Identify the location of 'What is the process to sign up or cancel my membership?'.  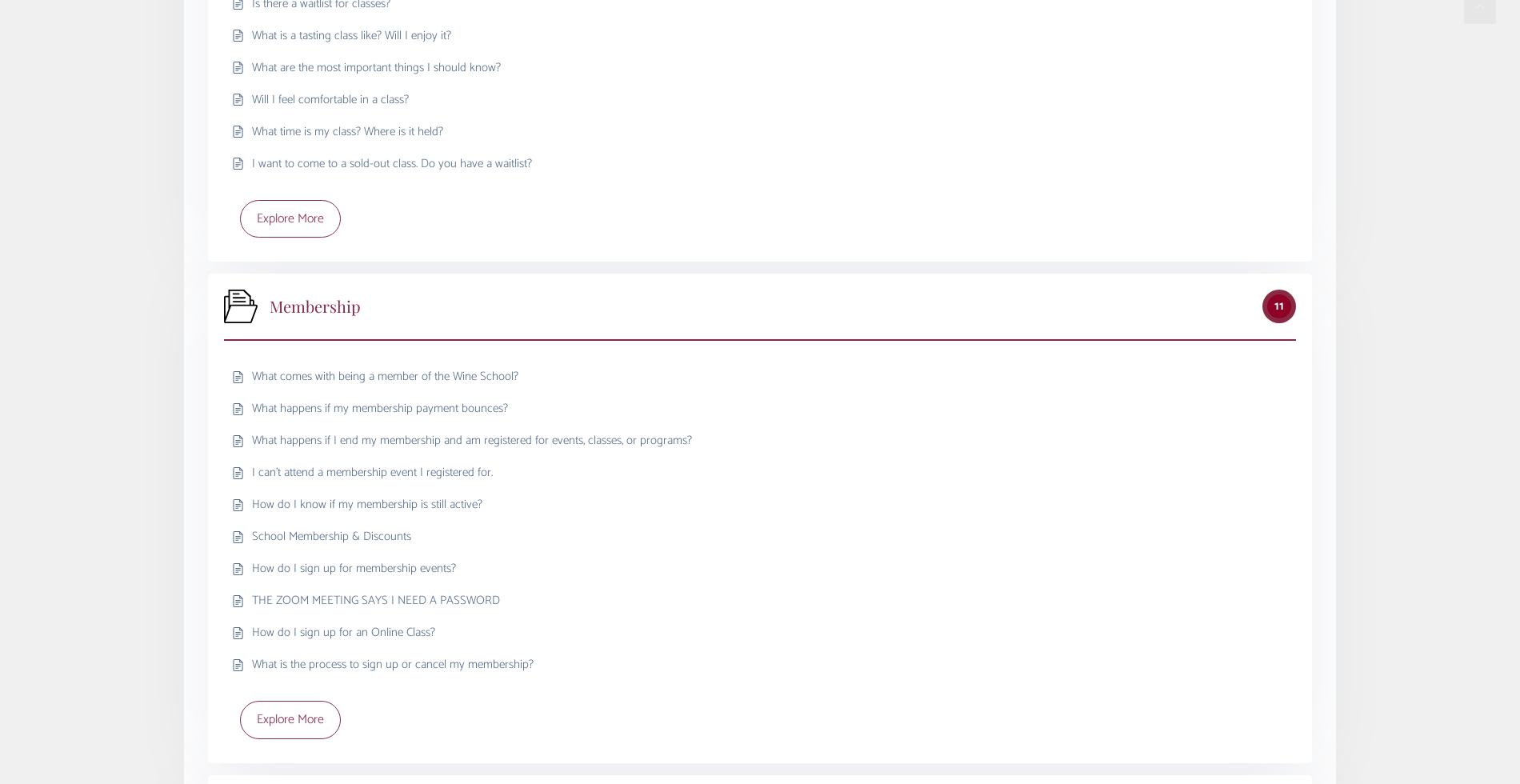
(392, 664).